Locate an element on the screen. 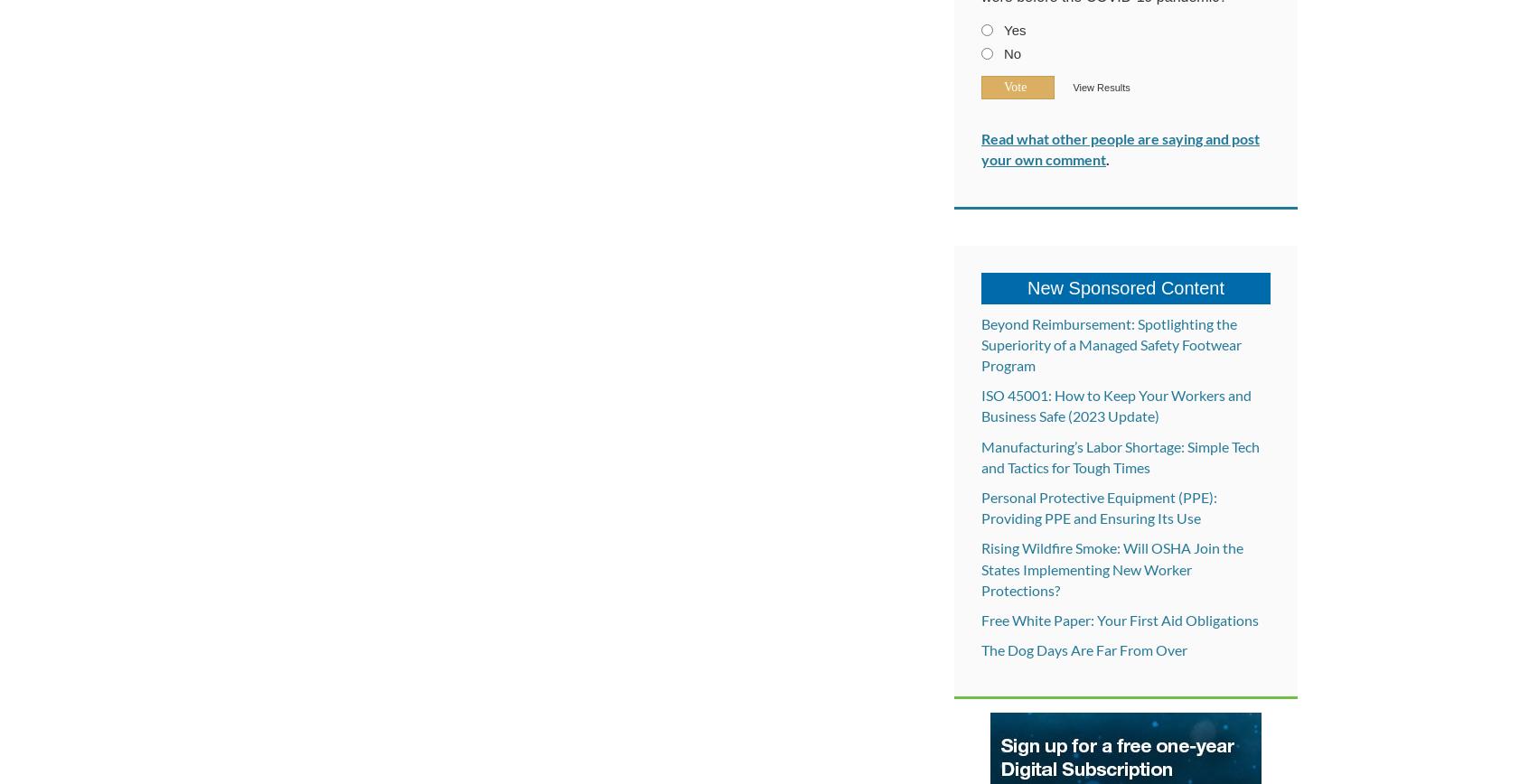  'Free White Paper: Your First Aid Obligations' is located at coordinates (1120, 619).